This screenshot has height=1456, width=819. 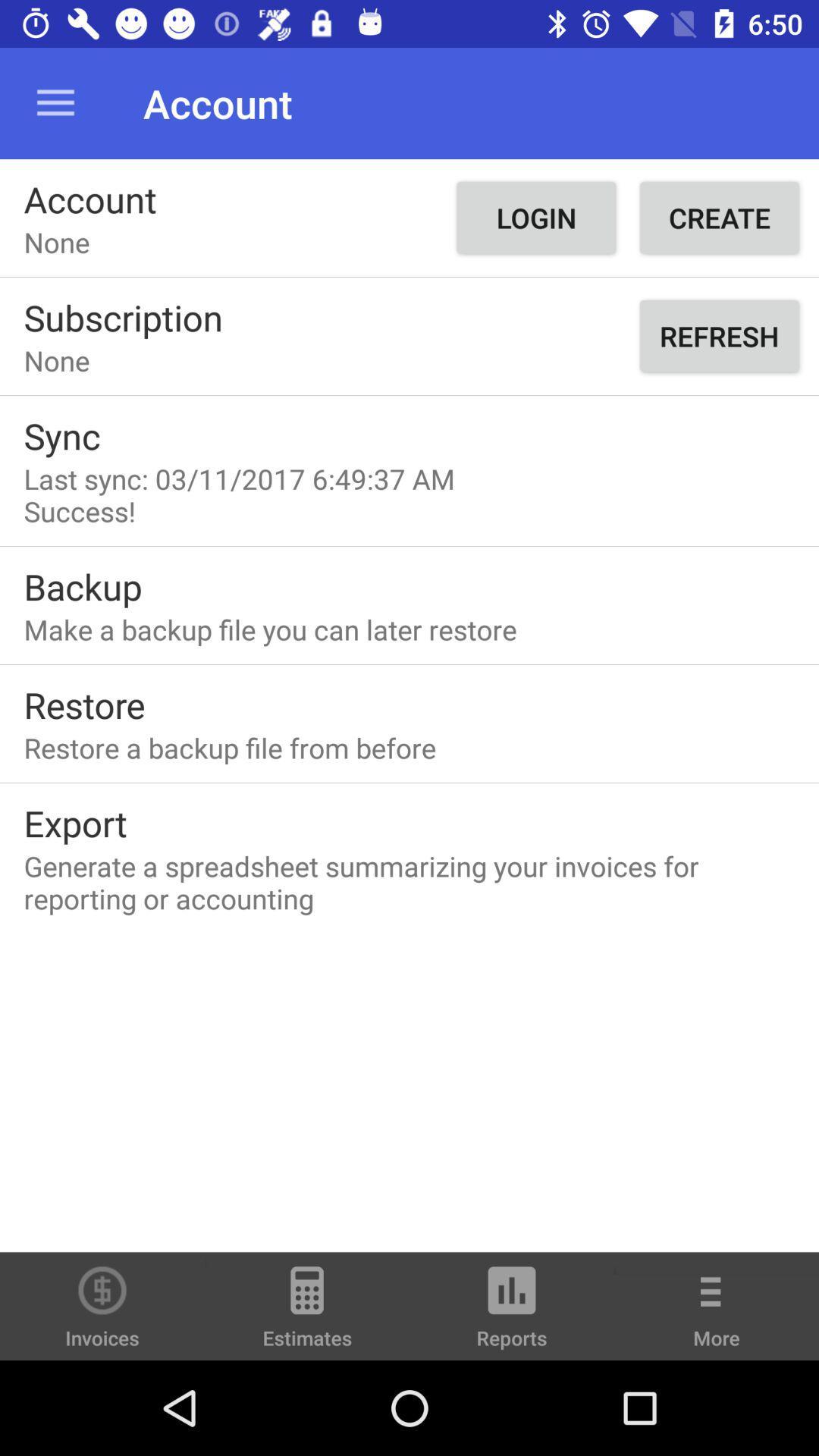 What do you see at coordinates (717, 1316) in the screenshot?
I see `the more option from the bottom right` at bounding box center [717, 1316].